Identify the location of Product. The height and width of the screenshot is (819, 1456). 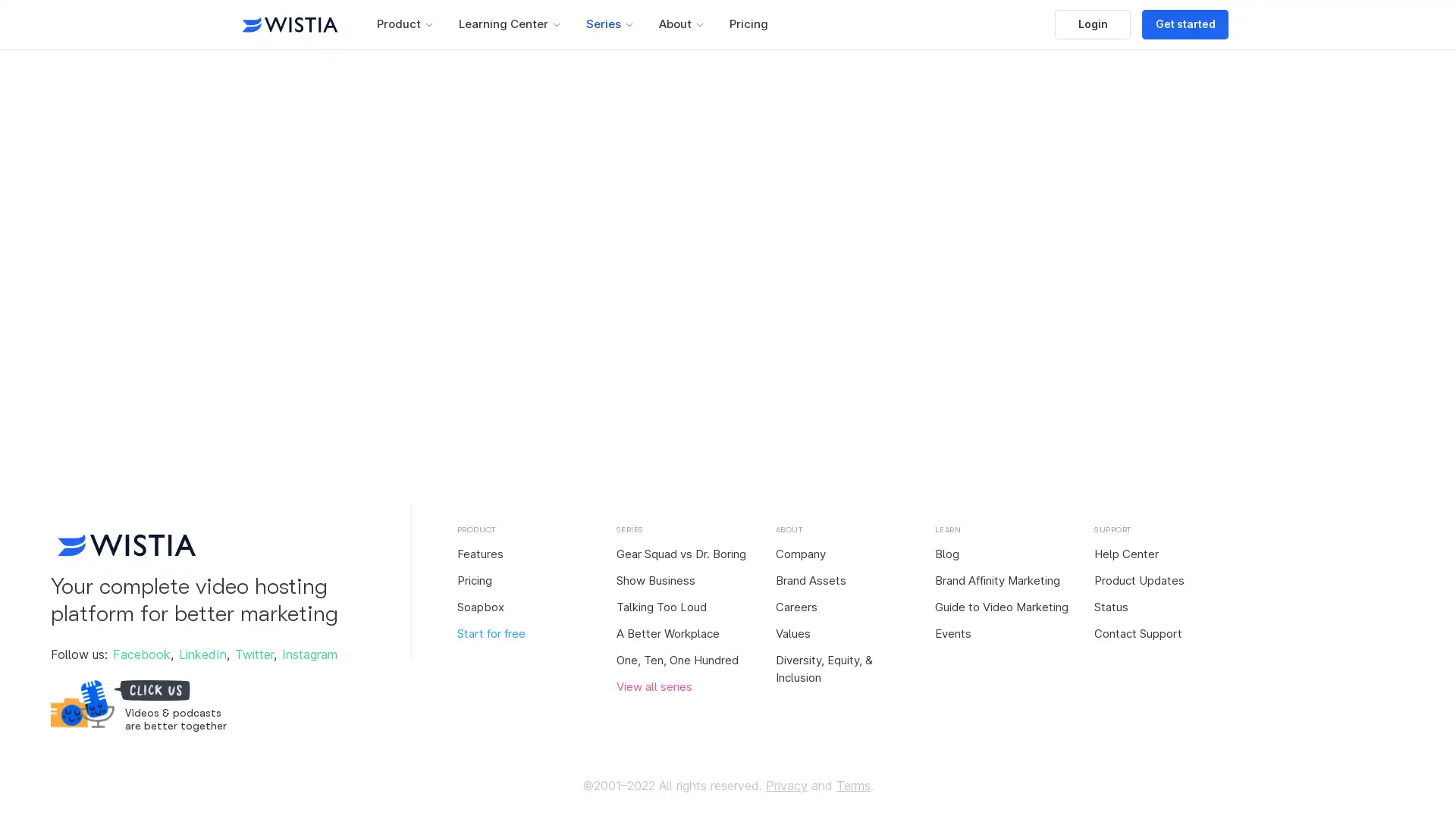
(403, 24).